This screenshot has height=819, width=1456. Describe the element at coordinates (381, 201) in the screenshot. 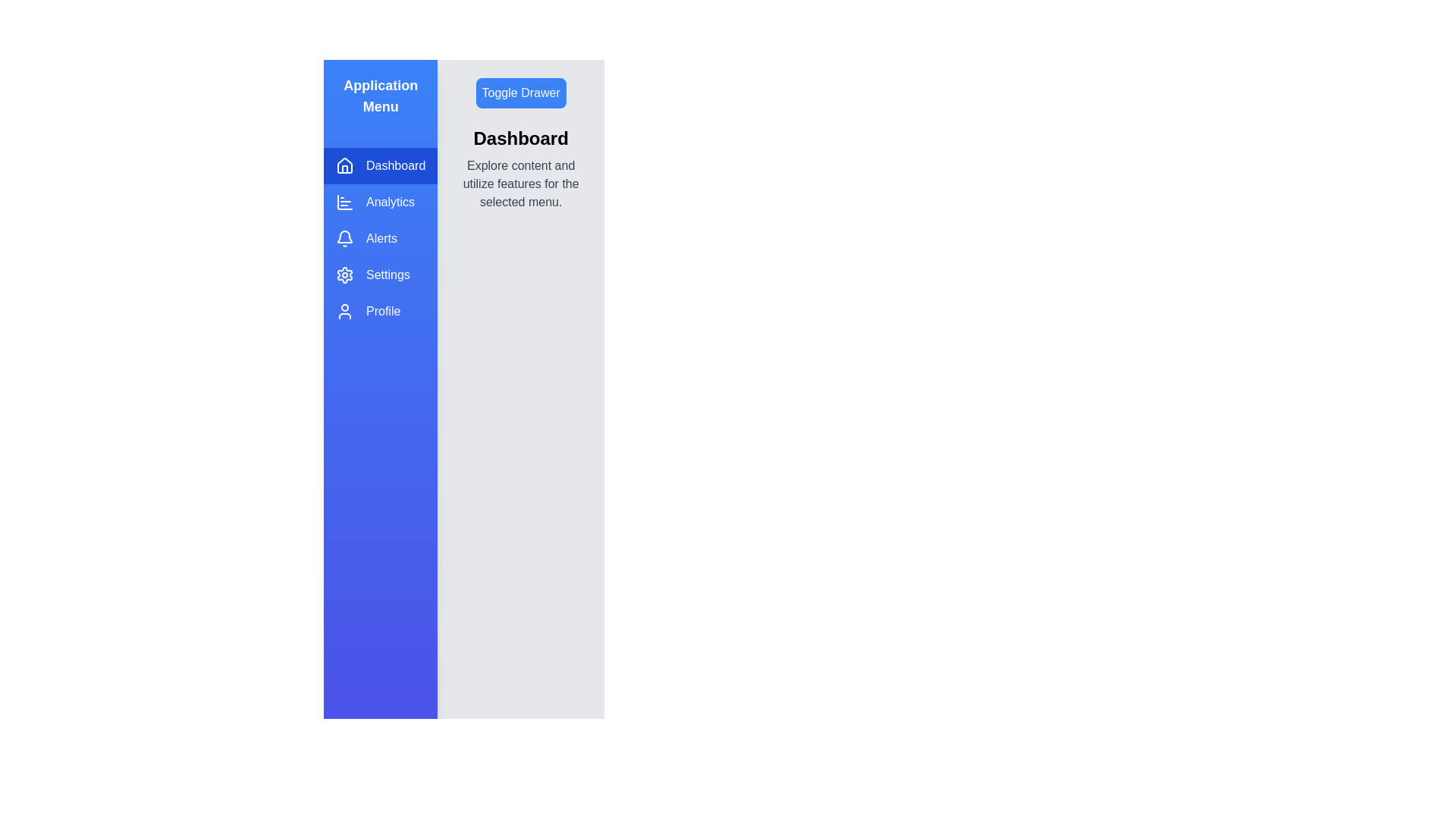

I see `the menu item Analytics from the drawer to switch to the corresponding section` at that location.